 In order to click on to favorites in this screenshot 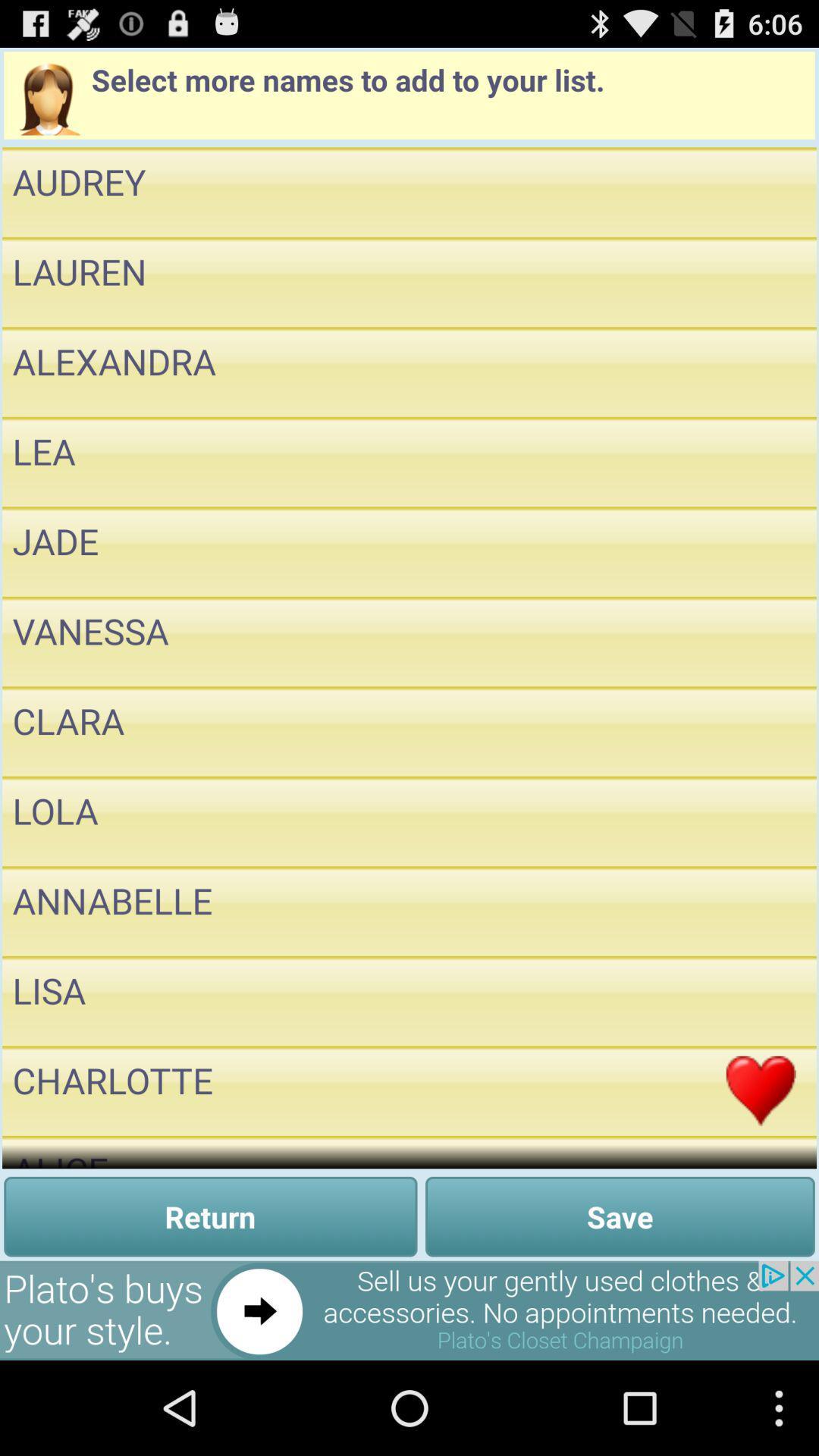, I will do `click(761, 551)`.